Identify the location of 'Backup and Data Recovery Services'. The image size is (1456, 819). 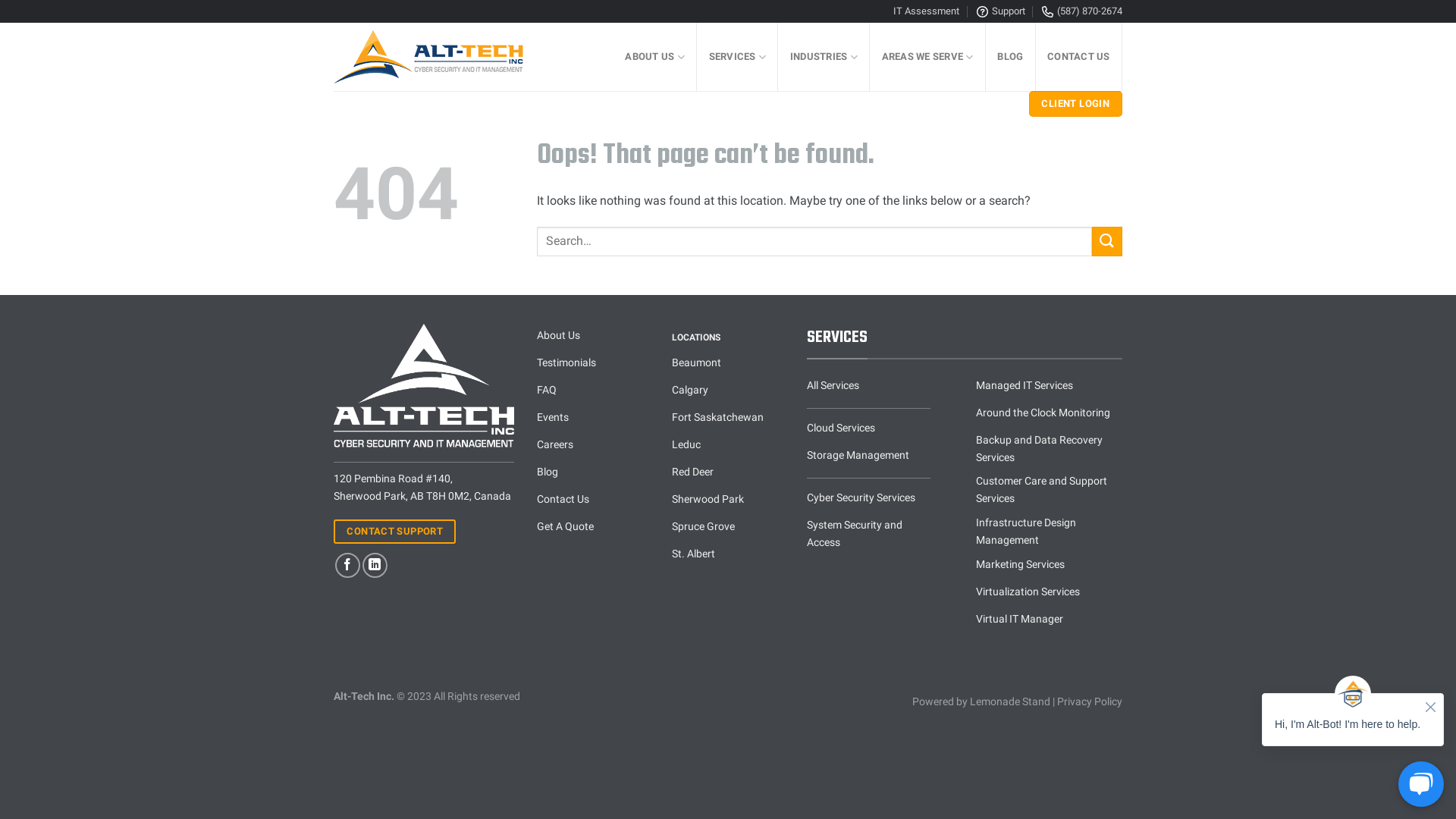
(1048, 447).